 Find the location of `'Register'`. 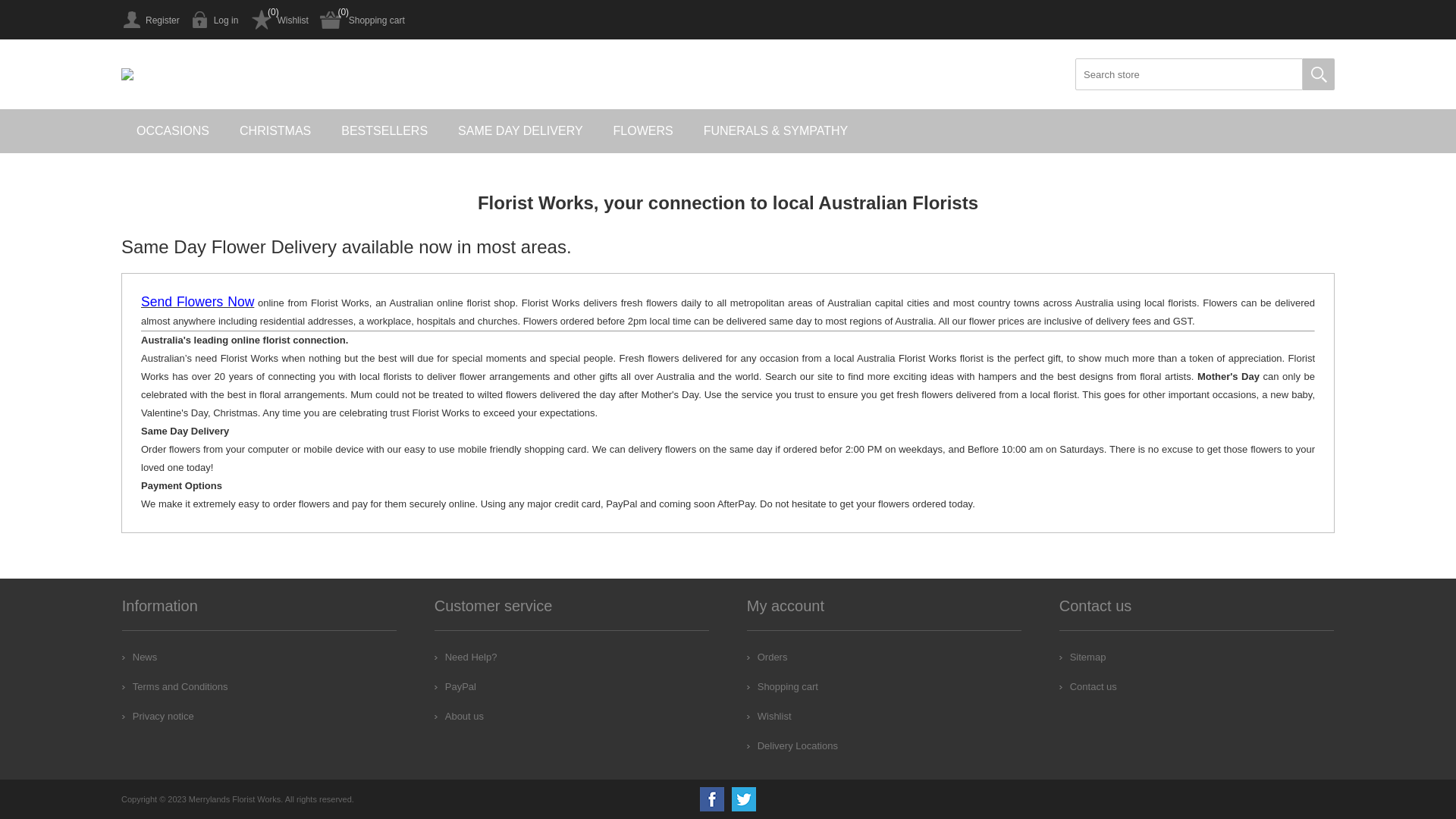

'Register' is located at coordinates (150, 20).